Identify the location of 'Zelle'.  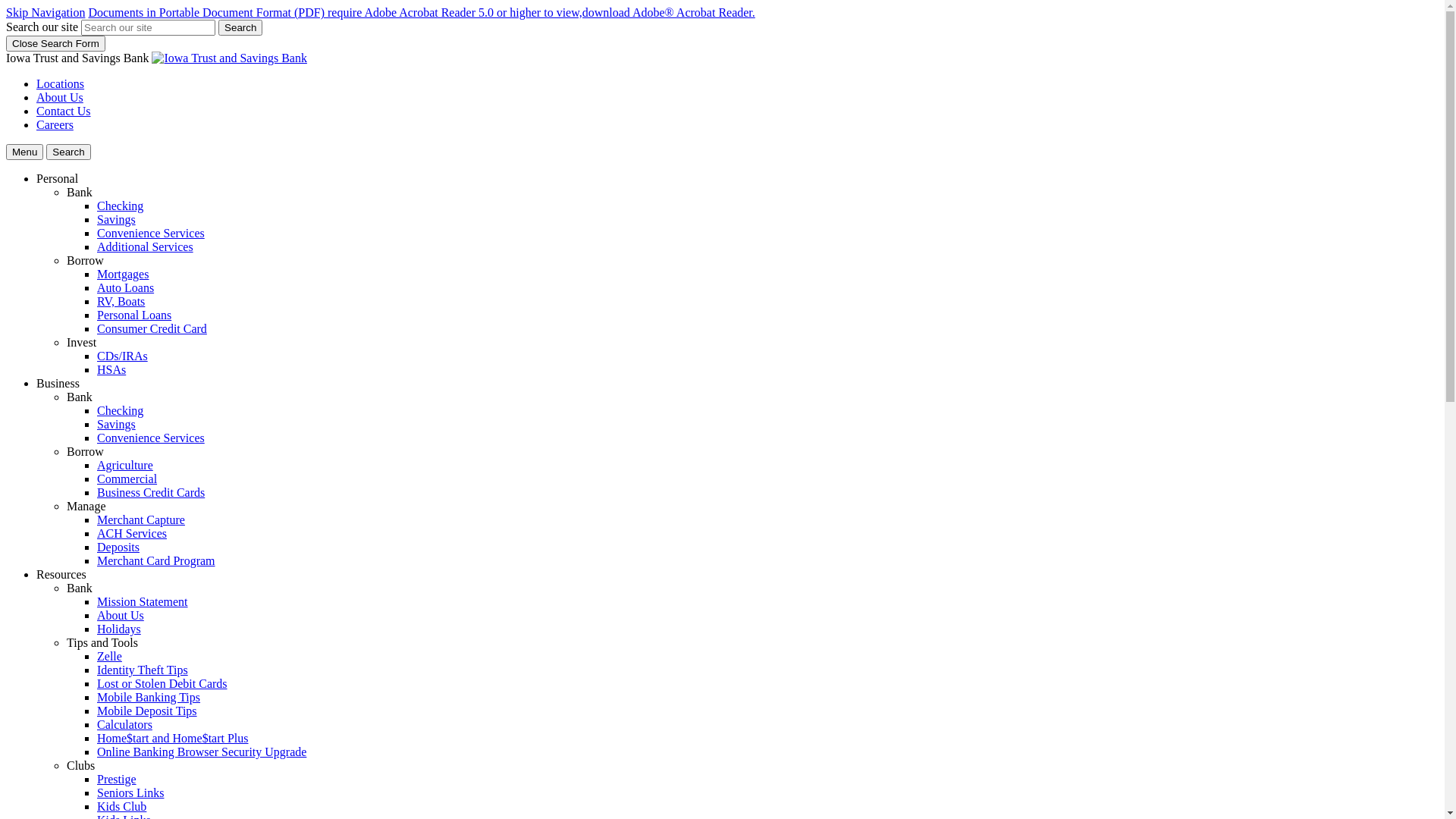
(96, 655).